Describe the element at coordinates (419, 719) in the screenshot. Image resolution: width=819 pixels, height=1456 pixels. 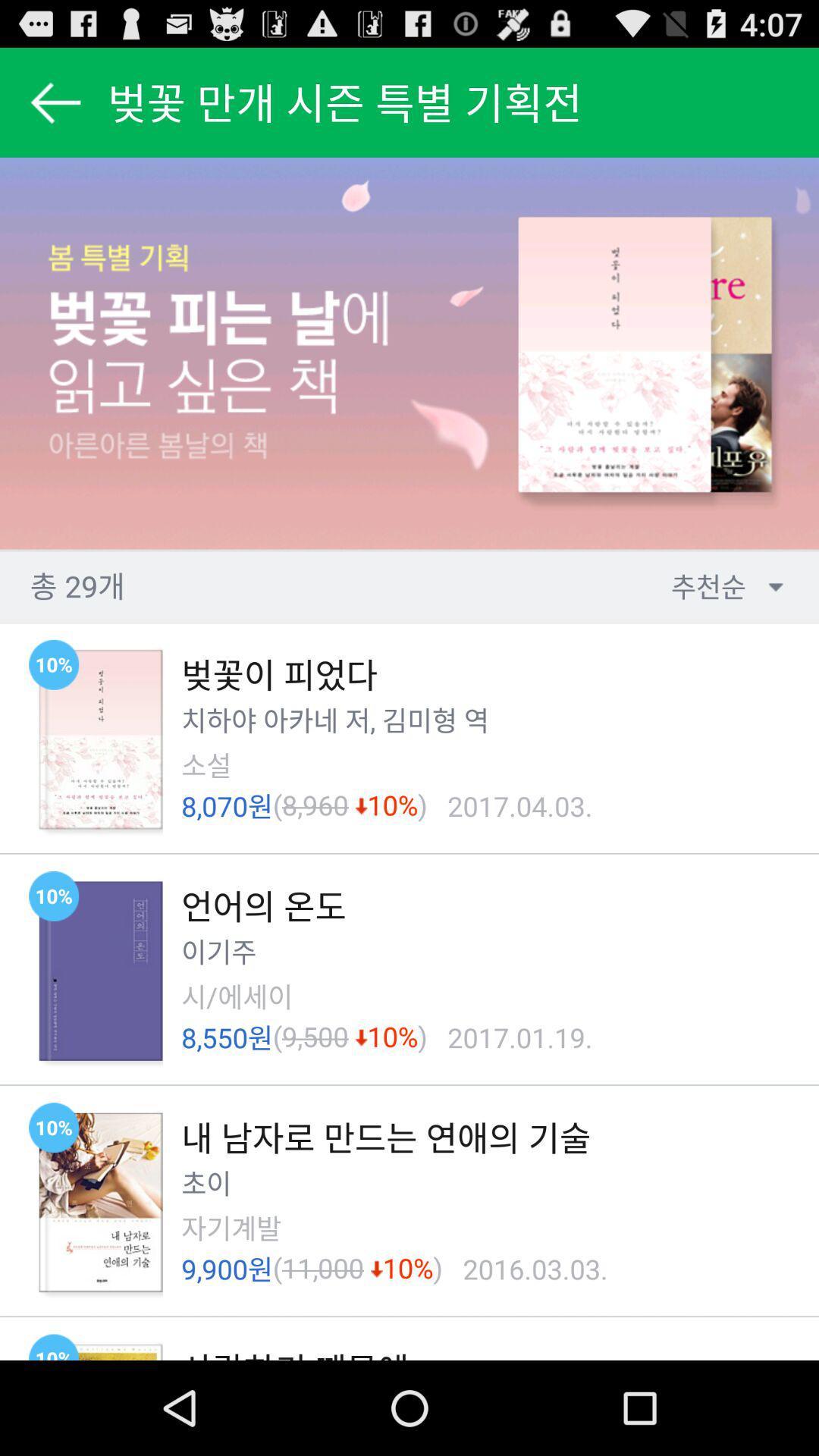
I see `the app to the right of ,  app` at that location.